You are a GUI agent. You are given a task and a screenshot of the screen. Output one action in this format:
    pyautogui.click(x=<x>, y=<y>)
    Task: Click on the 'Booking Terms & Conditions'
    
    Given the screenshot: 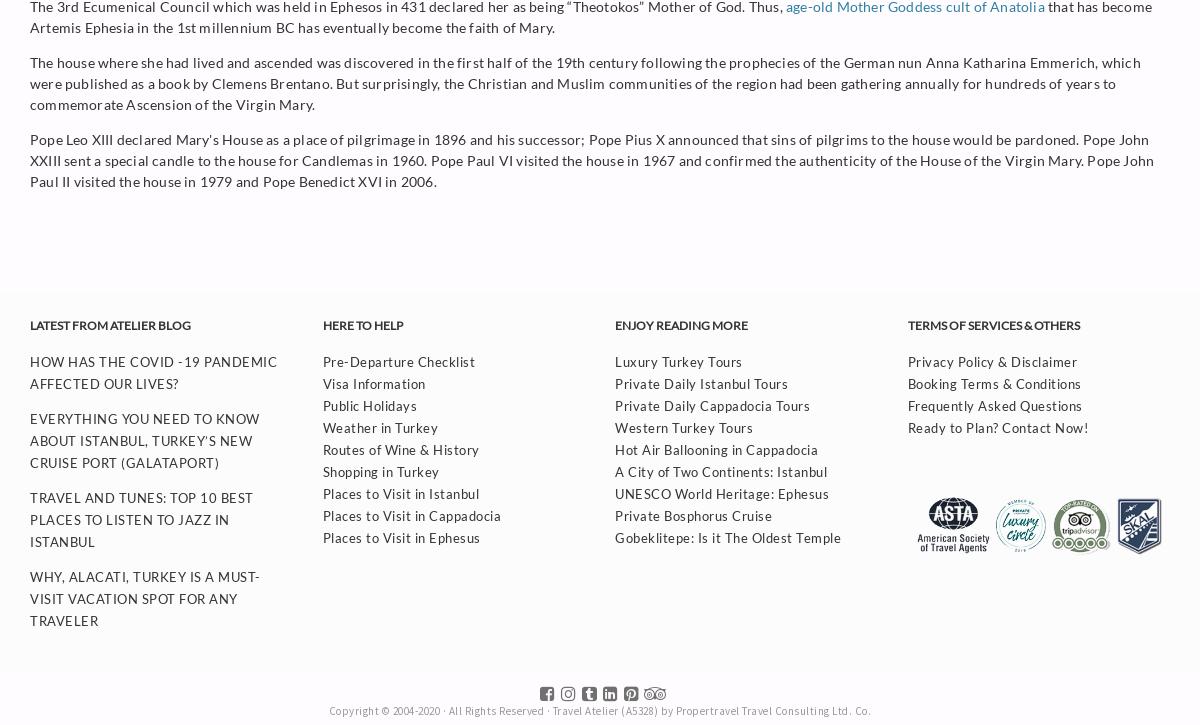 What is the action you would take?
    pyautogui.click(x=993, y=382)
    